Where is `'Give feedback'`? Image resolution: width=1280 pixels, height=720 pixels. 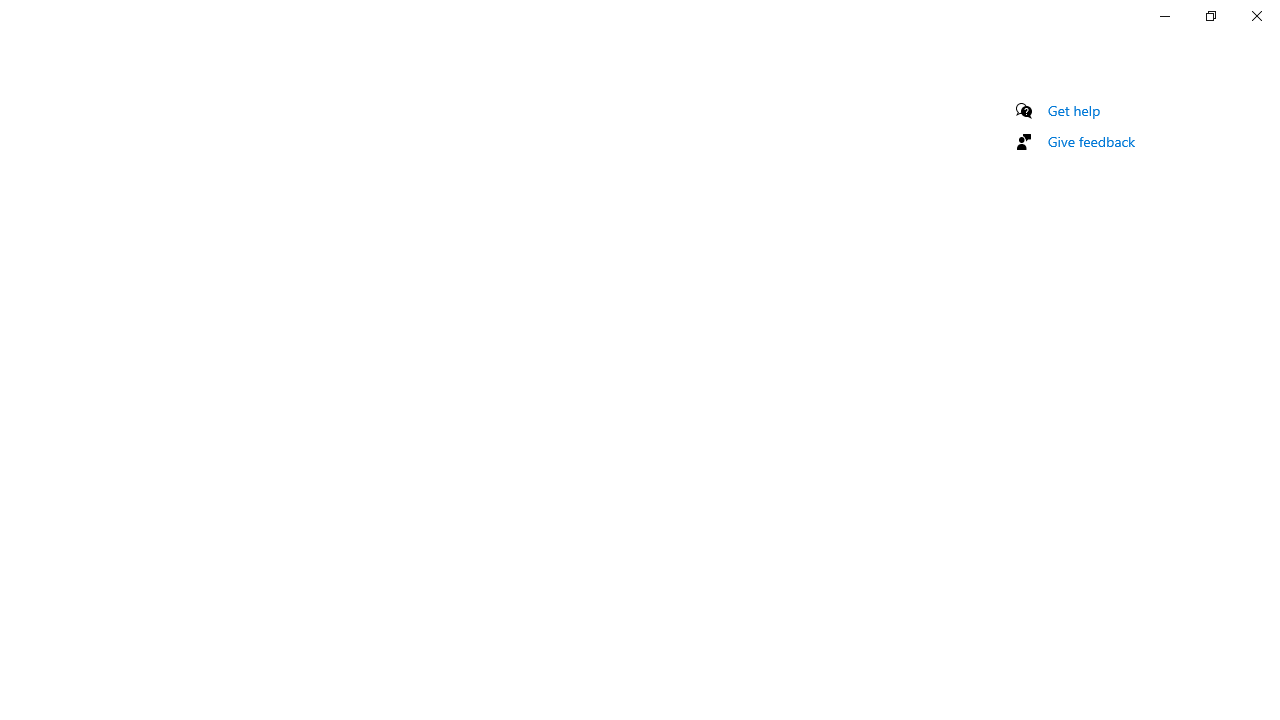 'Give feedback' is located at coordinates (1090, 140).